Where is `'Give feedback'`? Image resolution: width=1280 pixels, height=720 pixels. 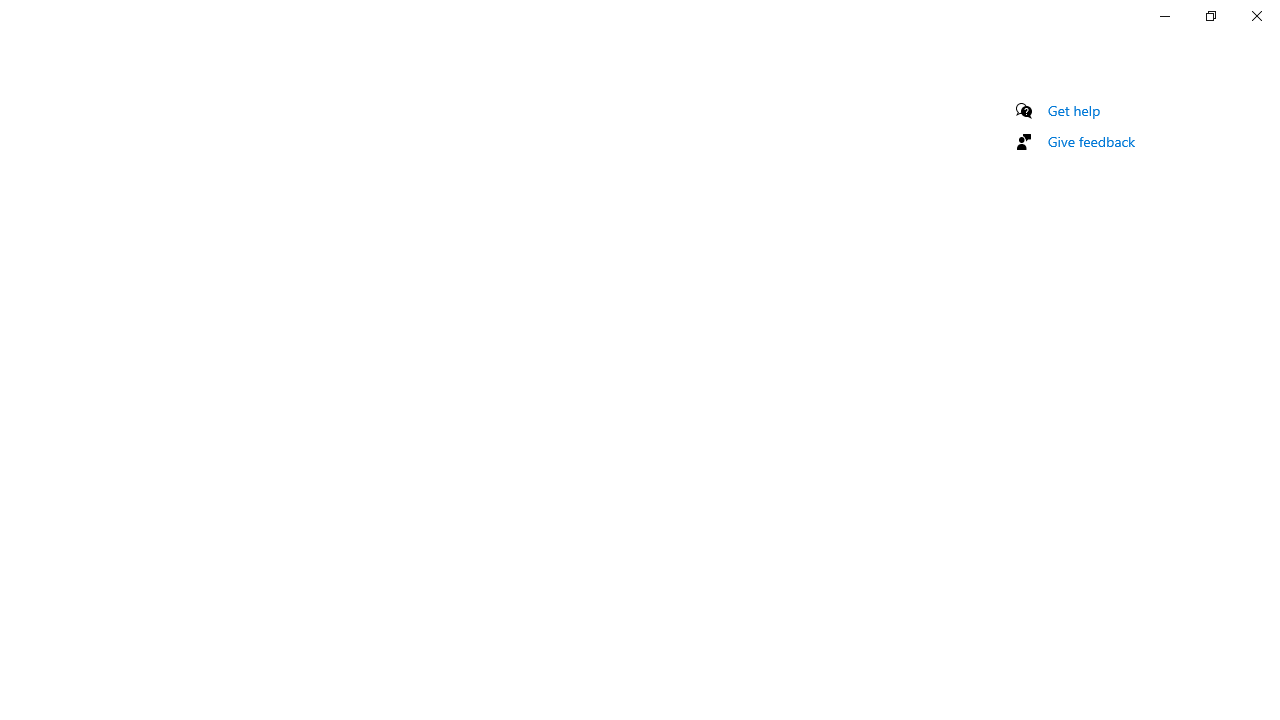 'Give feedback' is located at coordinates (1090, 140).